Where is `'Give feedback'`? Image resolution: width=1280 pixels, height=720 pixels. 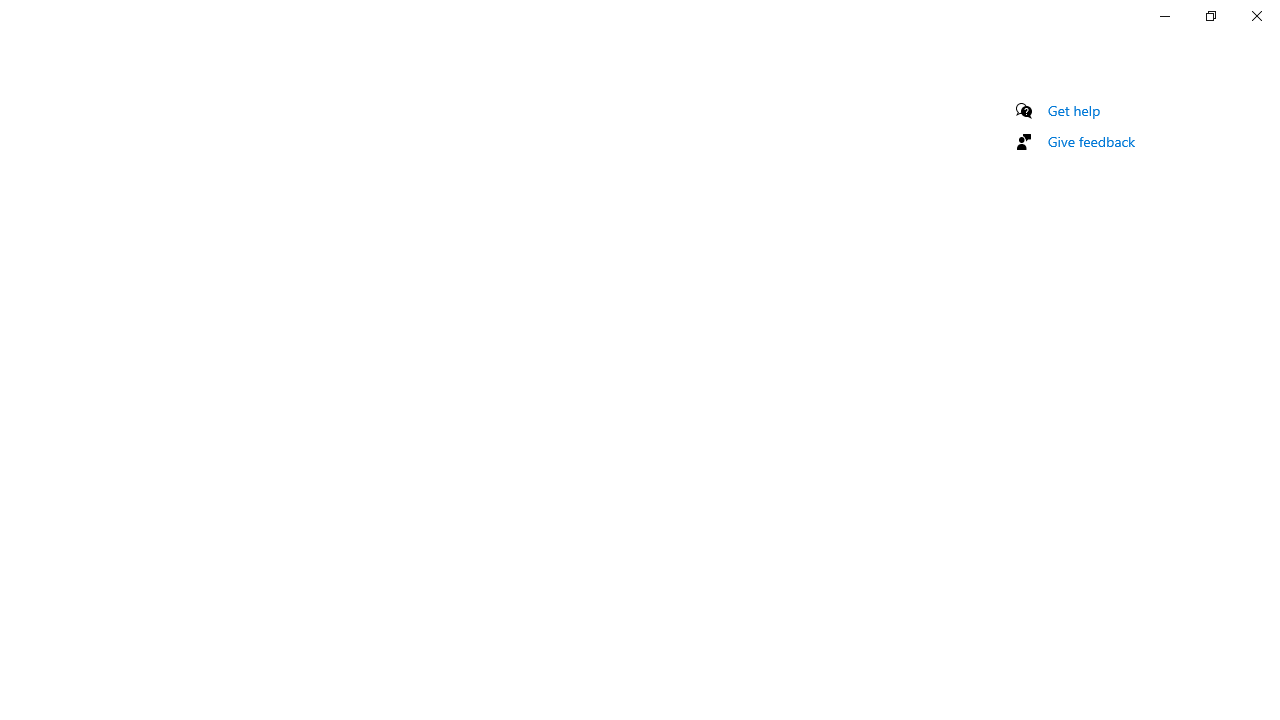 'Give feedback' is located at coordinates (1090, 140).